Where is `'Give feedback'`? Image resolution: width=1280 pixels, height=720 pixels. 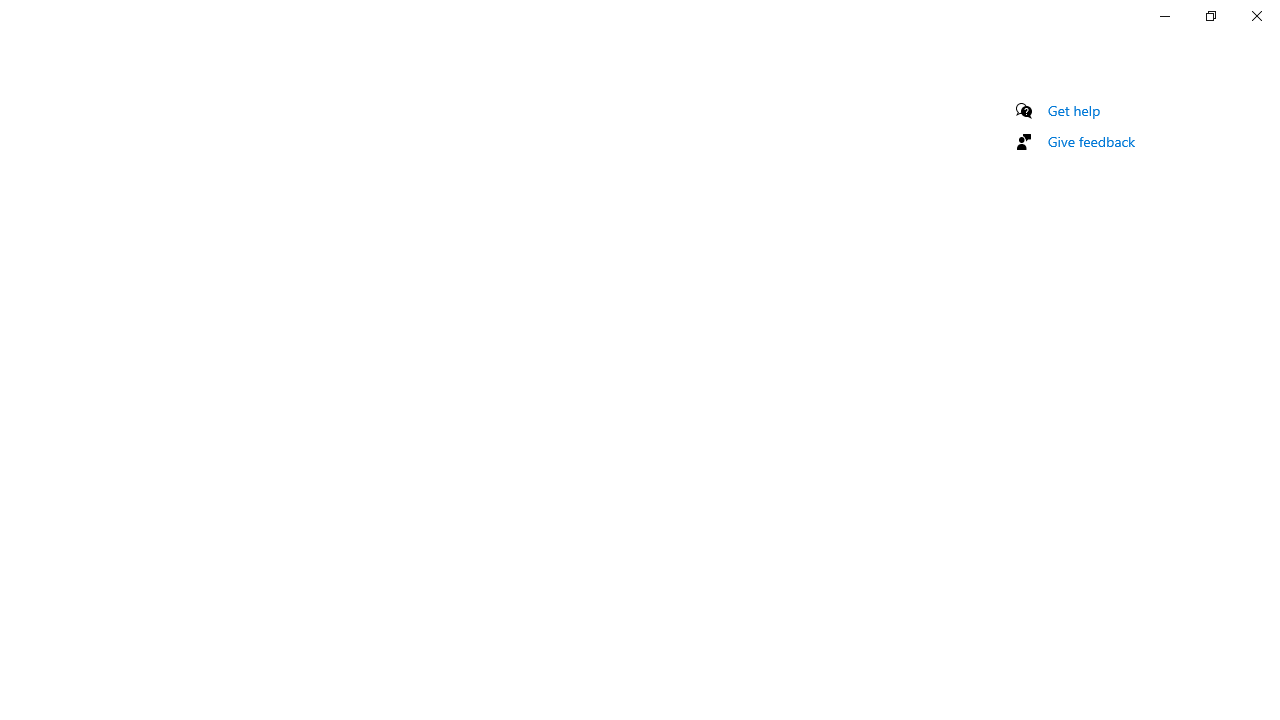 'Give feedback' is located at coordinates (1090, 140).